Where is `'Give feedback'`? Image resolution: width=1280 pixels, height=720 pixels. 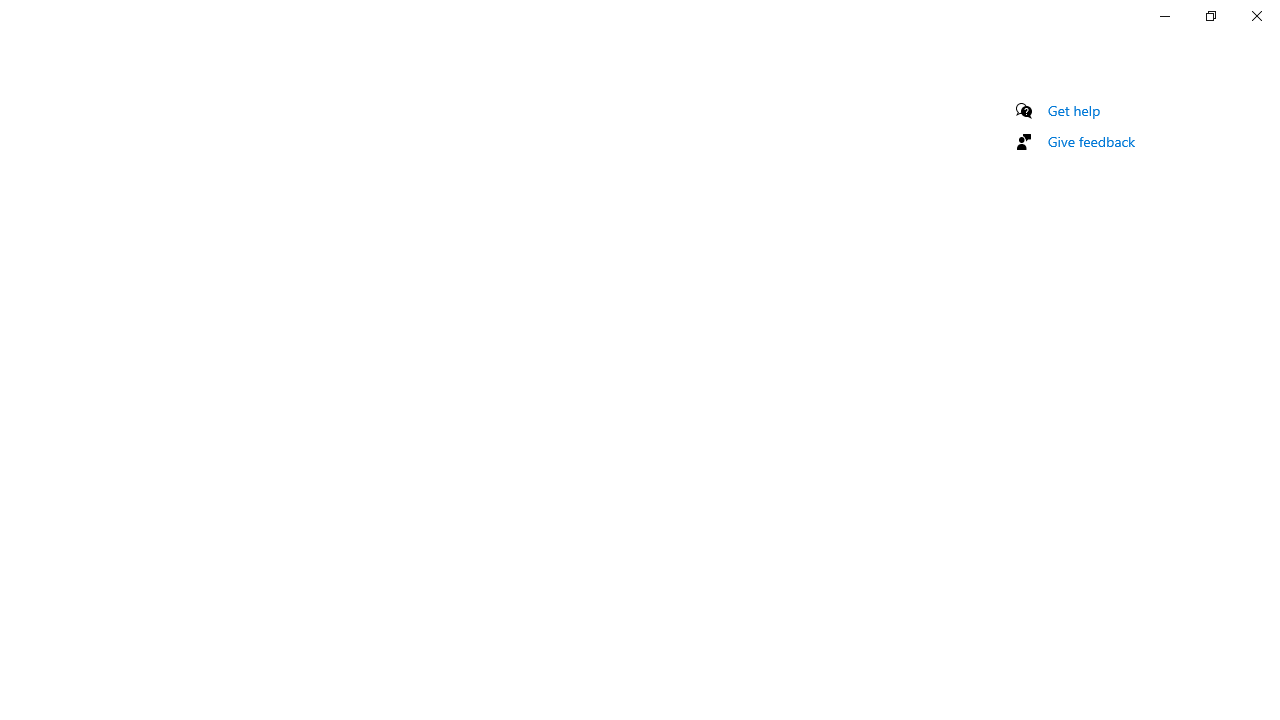 'Give feedback' is located at coordinates (1090, 140).